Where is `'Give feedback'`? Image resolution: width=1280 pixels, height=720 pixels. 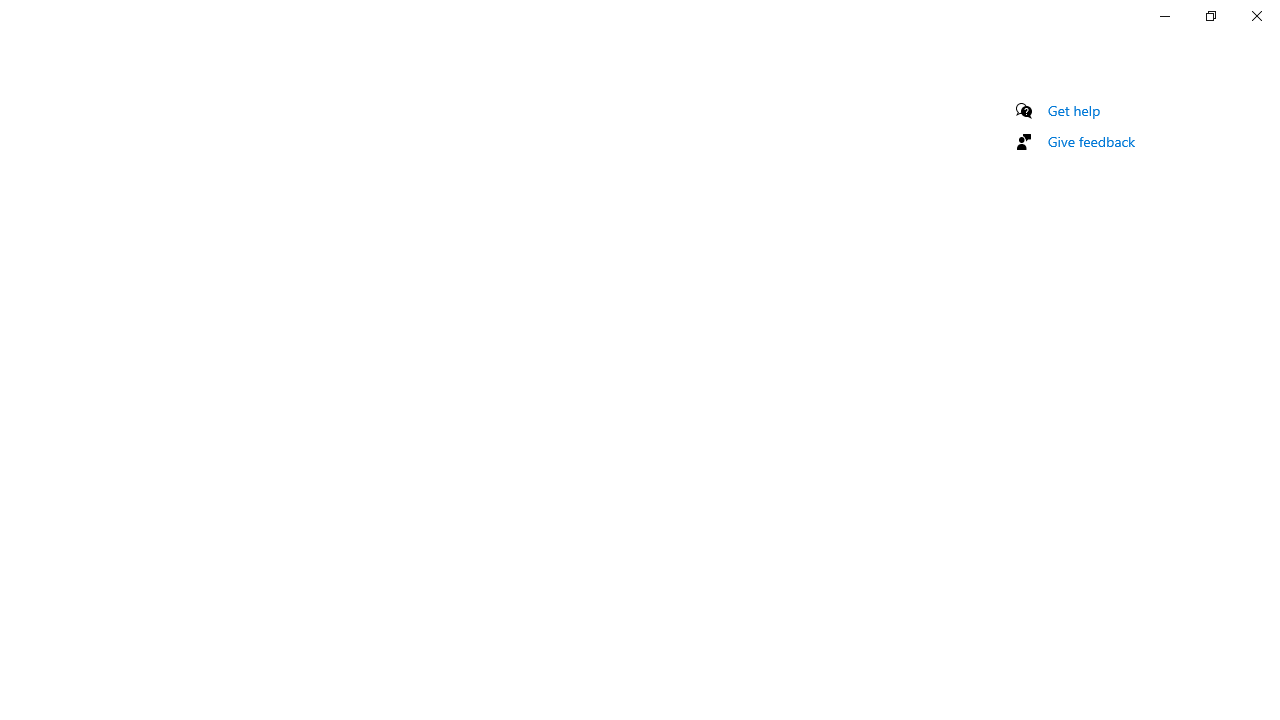 'Give feedback' is located at coordinates (1090, 140).